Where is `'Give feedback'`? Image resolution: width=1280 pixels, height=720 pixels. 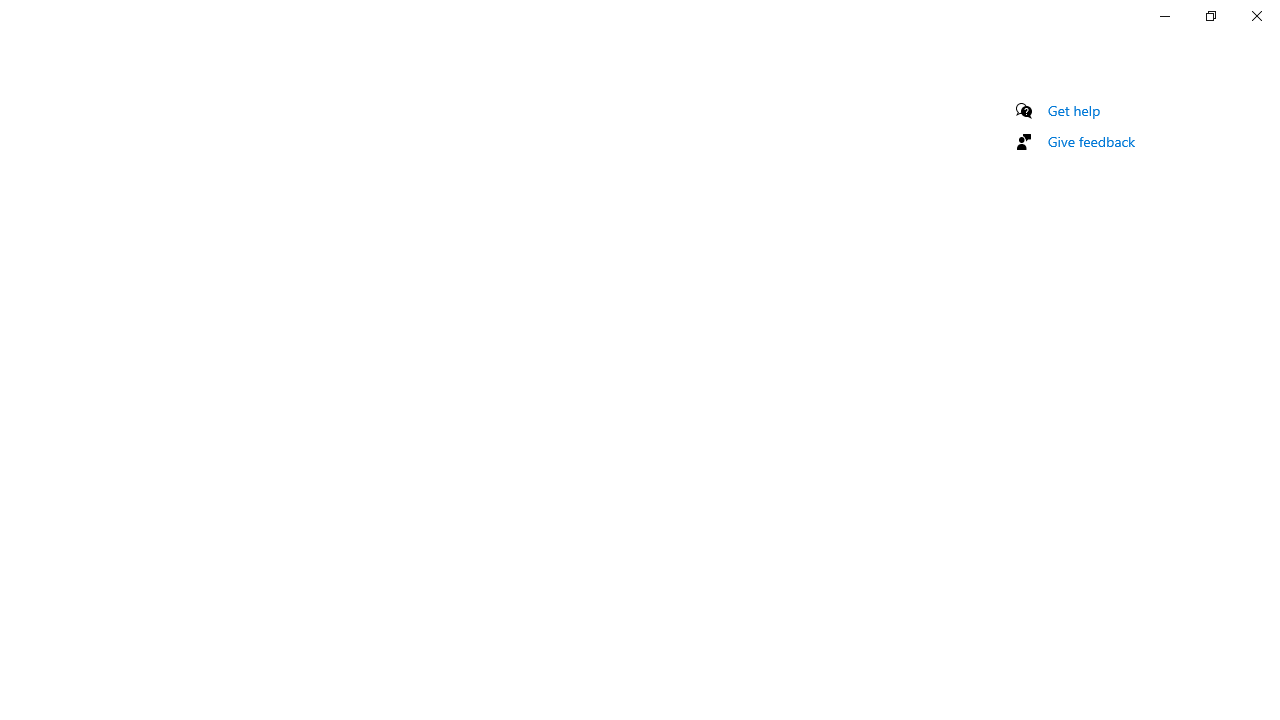 'Give feedback' is located at coordinates (1090, 140).